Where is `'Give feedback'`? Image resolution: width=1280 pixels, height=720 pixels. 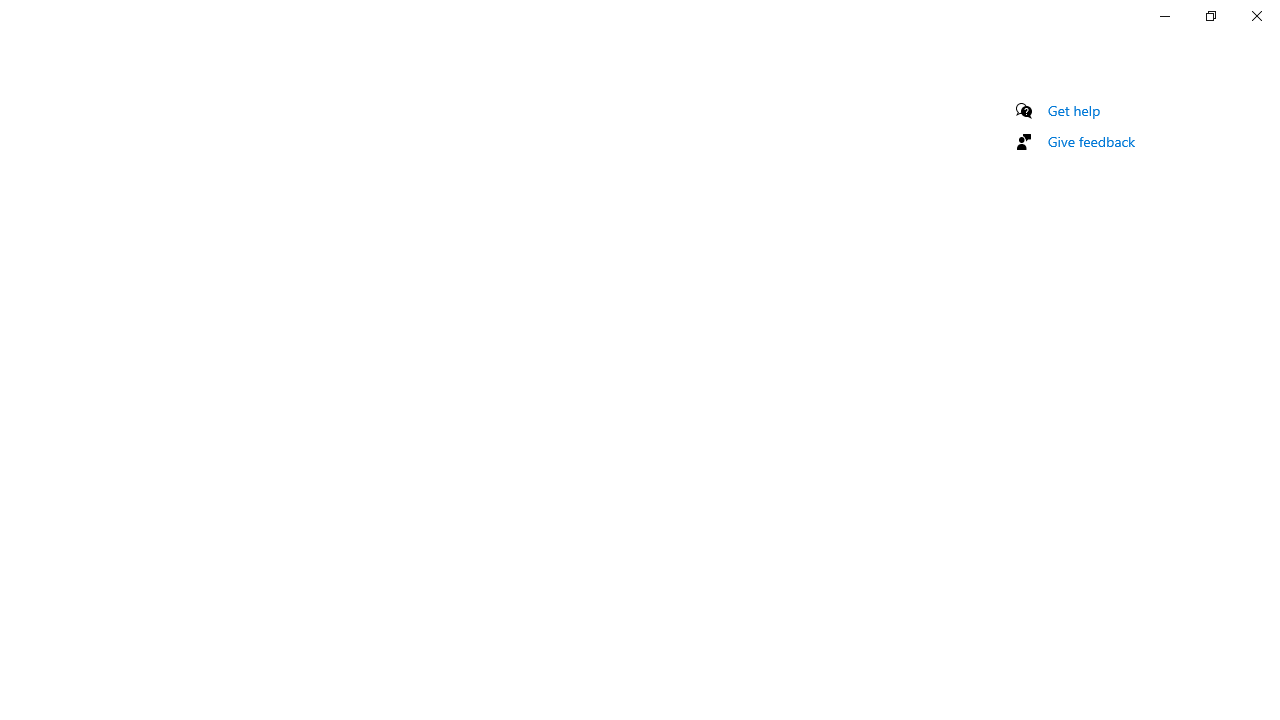 'Give feedback' is located at coordinates (1090, 140).